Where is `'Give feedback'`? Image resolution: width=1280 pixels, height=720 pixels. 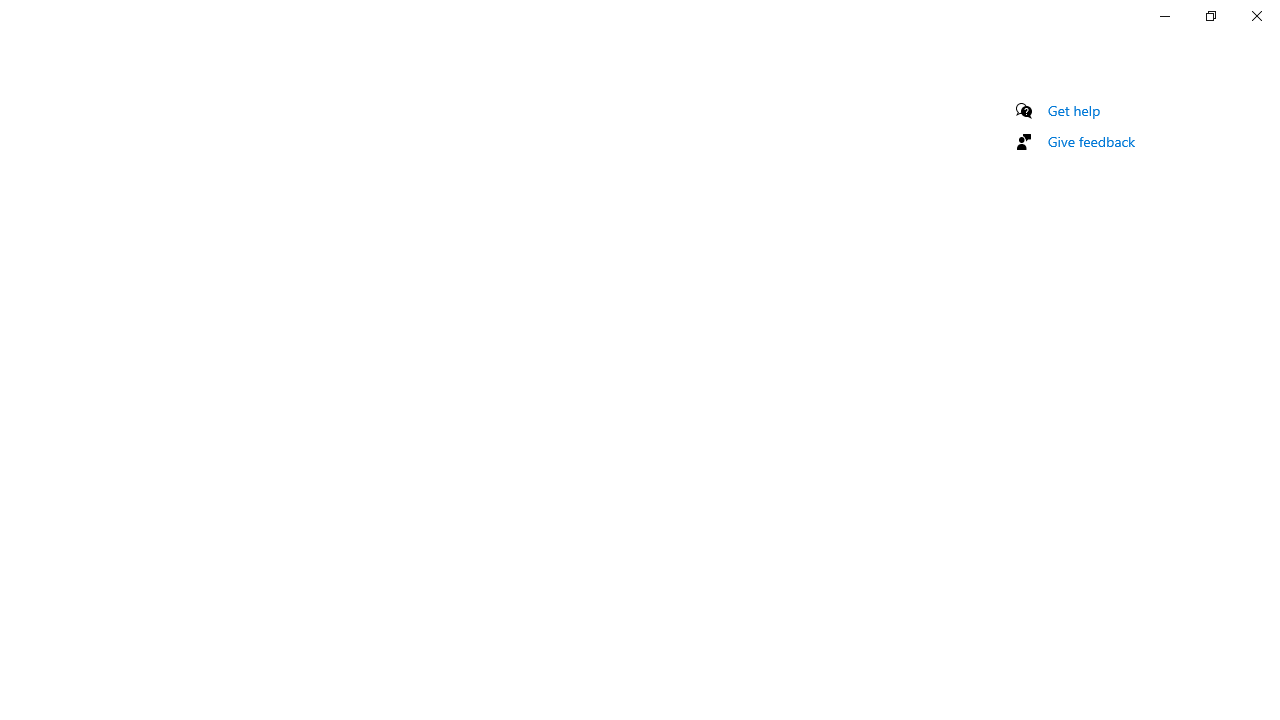 'Give feedback' is located at coordinates (1090, 140).